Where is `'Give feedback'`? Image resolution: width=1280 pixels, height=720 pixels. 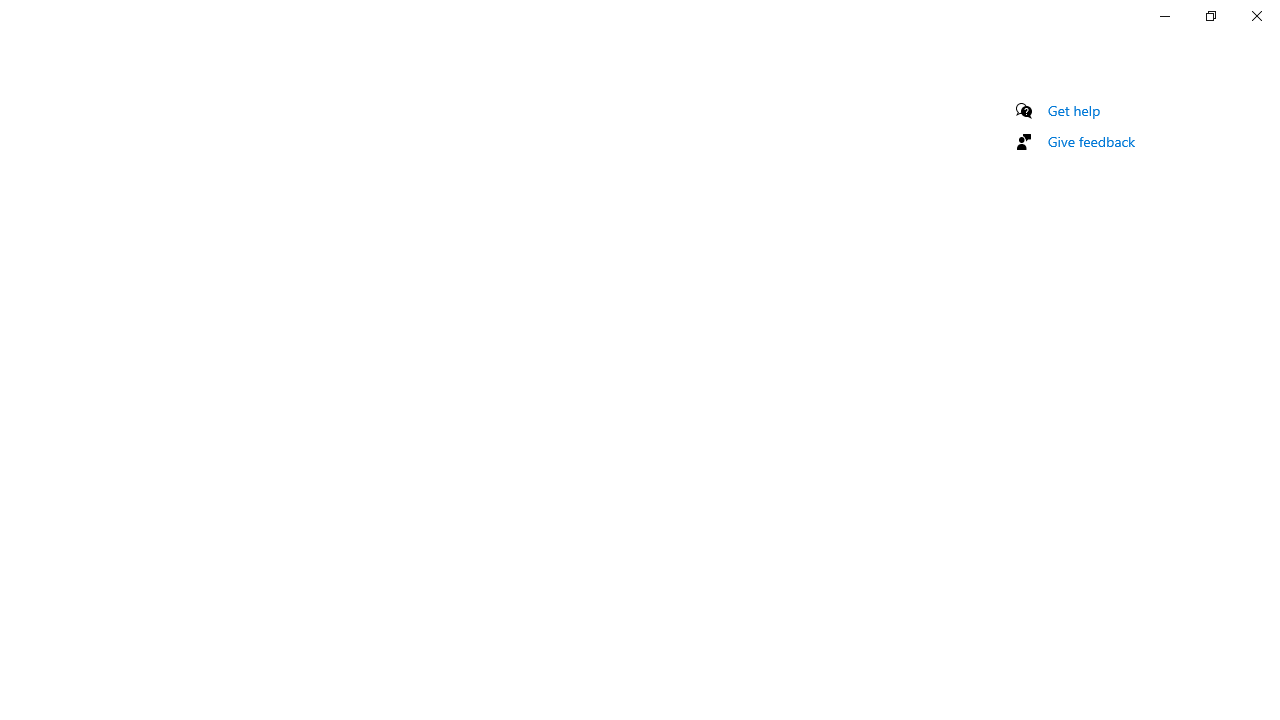 'Give feedback' is located at coordinates (1090, 140).